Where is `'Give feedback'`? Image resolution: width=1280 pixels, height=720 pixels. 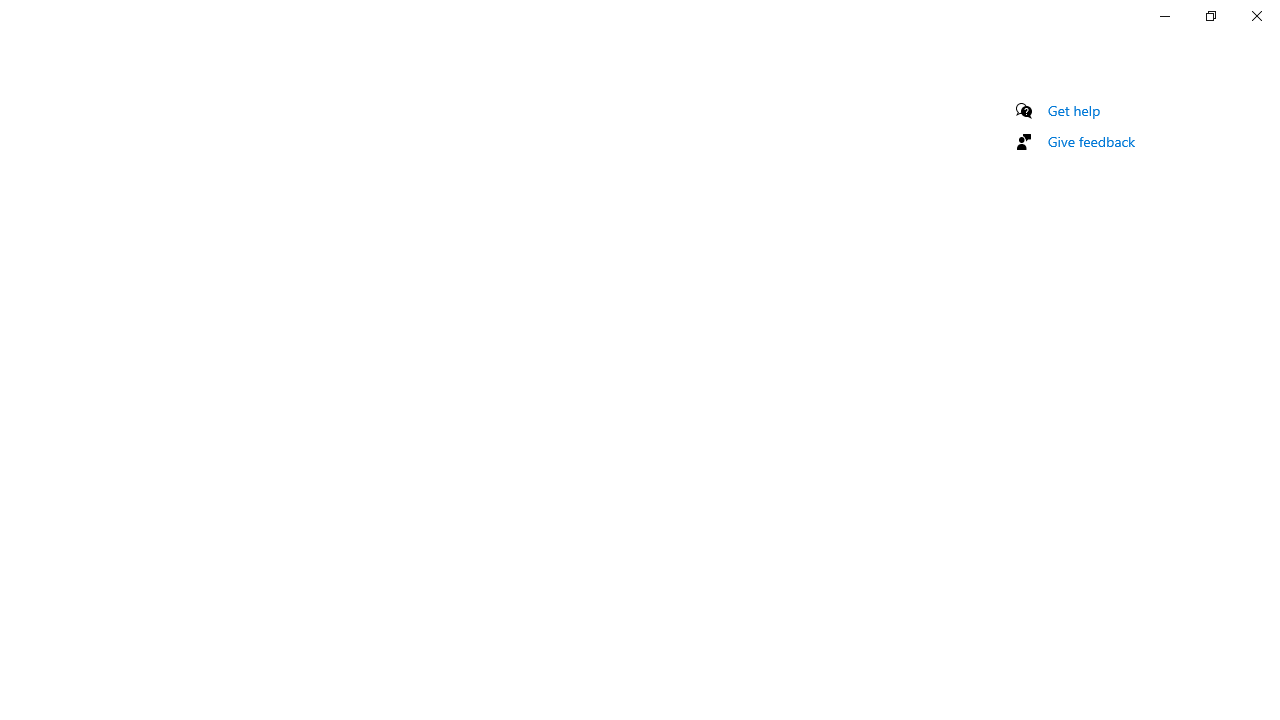 'Give feedback' is located at coordinates (1090, 140).